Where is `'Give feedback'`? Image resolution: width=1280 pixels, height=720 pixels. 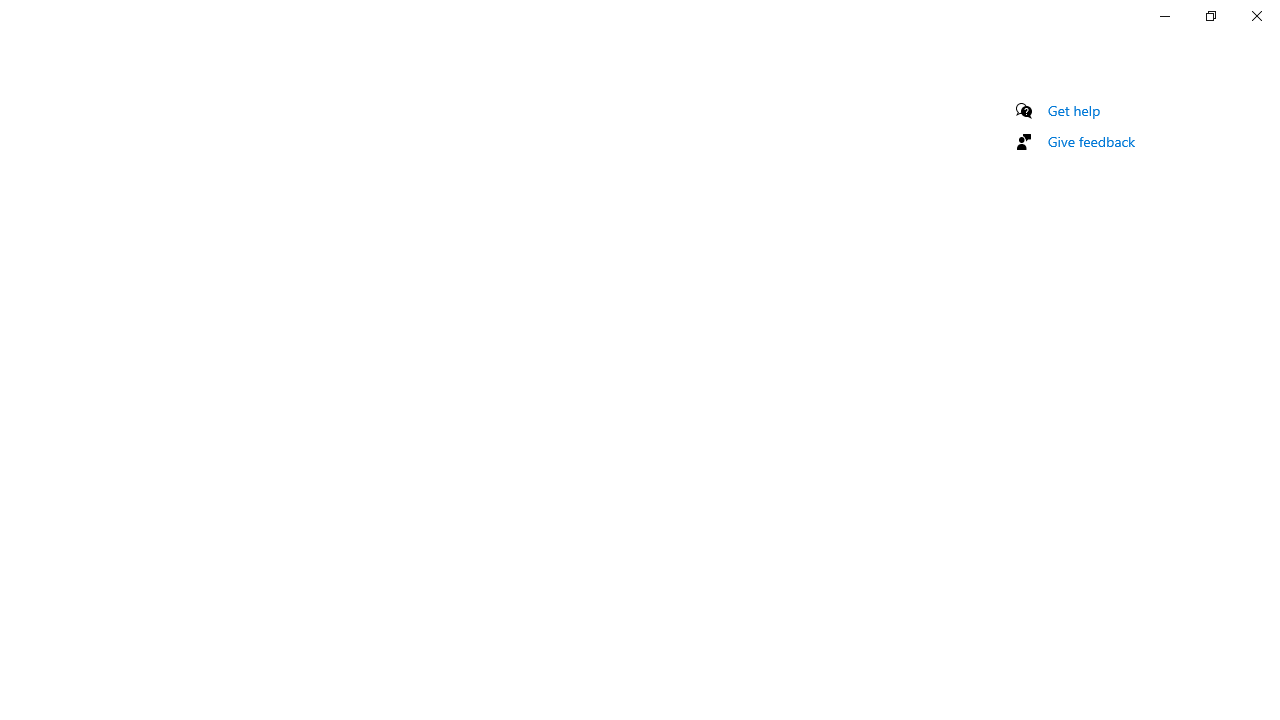 'Give feedback' is located at coordinates (1090, 140).